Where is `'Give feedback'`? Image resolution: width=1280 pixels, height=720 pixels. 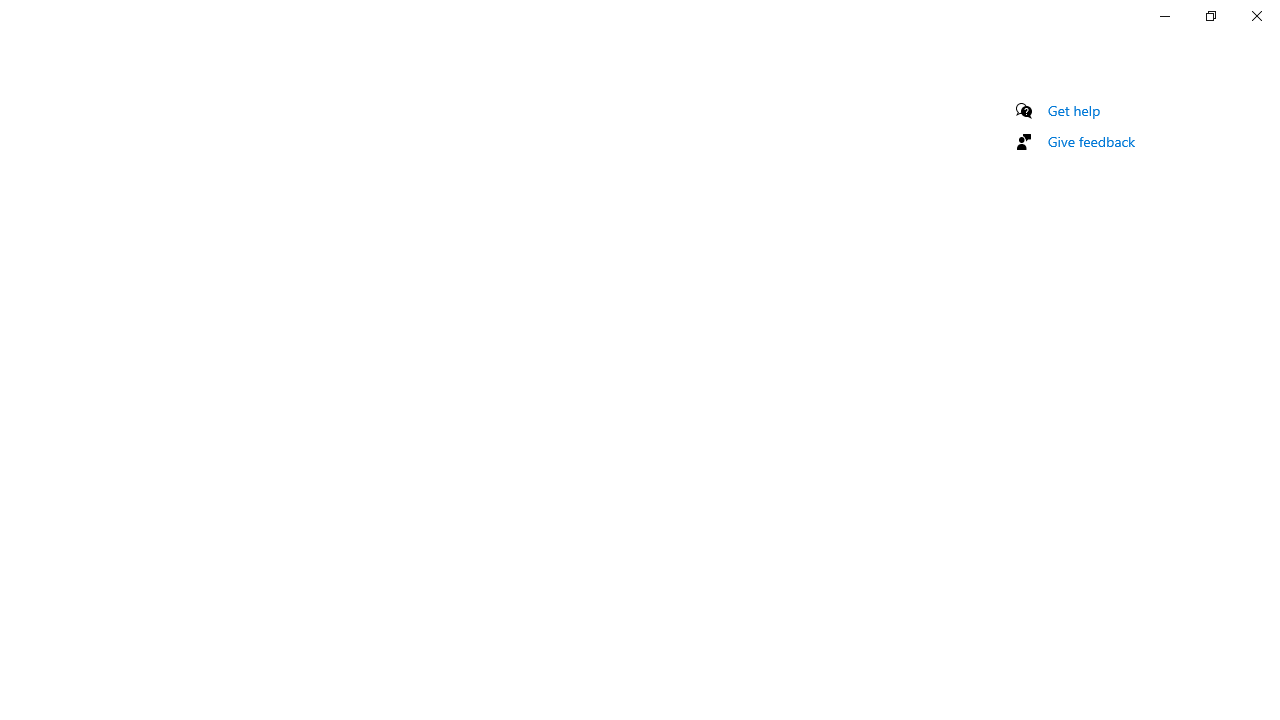 'Give feedback' is located at coordinates (1090, 140).